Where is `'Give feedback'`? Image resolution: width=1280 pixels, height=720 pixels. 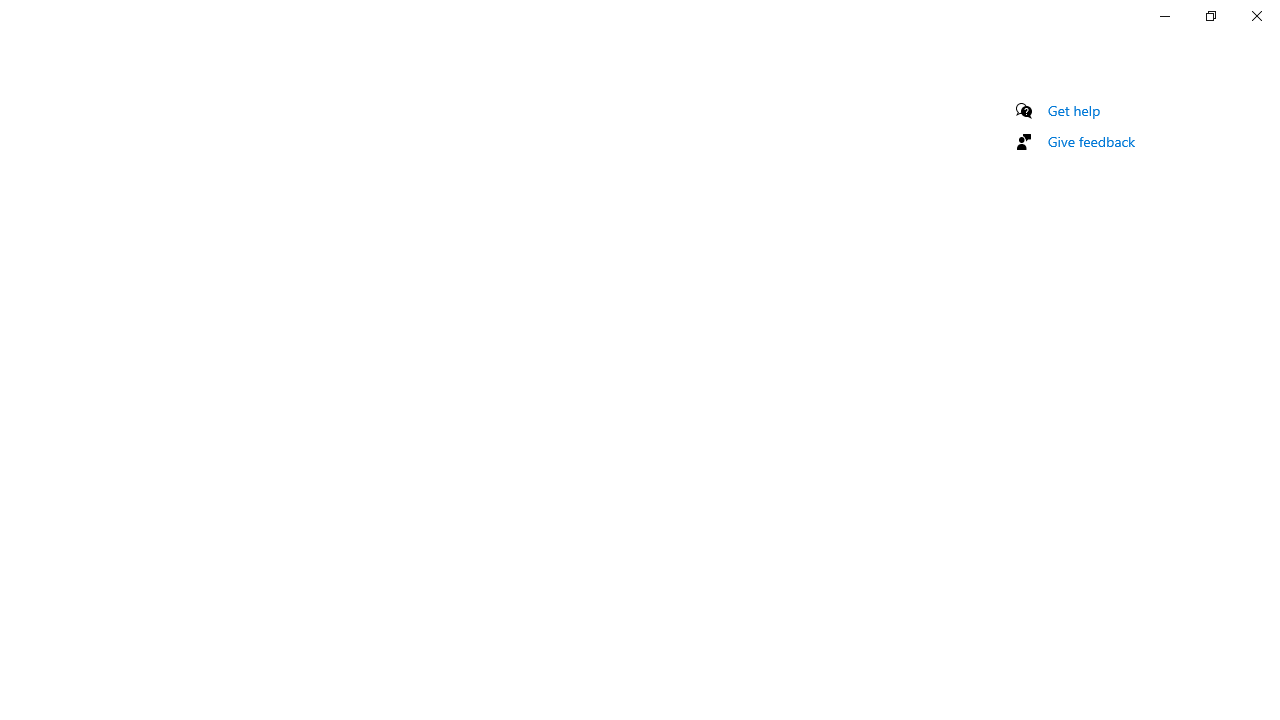 'Give feedback' is located at coordinates (1090, 140).